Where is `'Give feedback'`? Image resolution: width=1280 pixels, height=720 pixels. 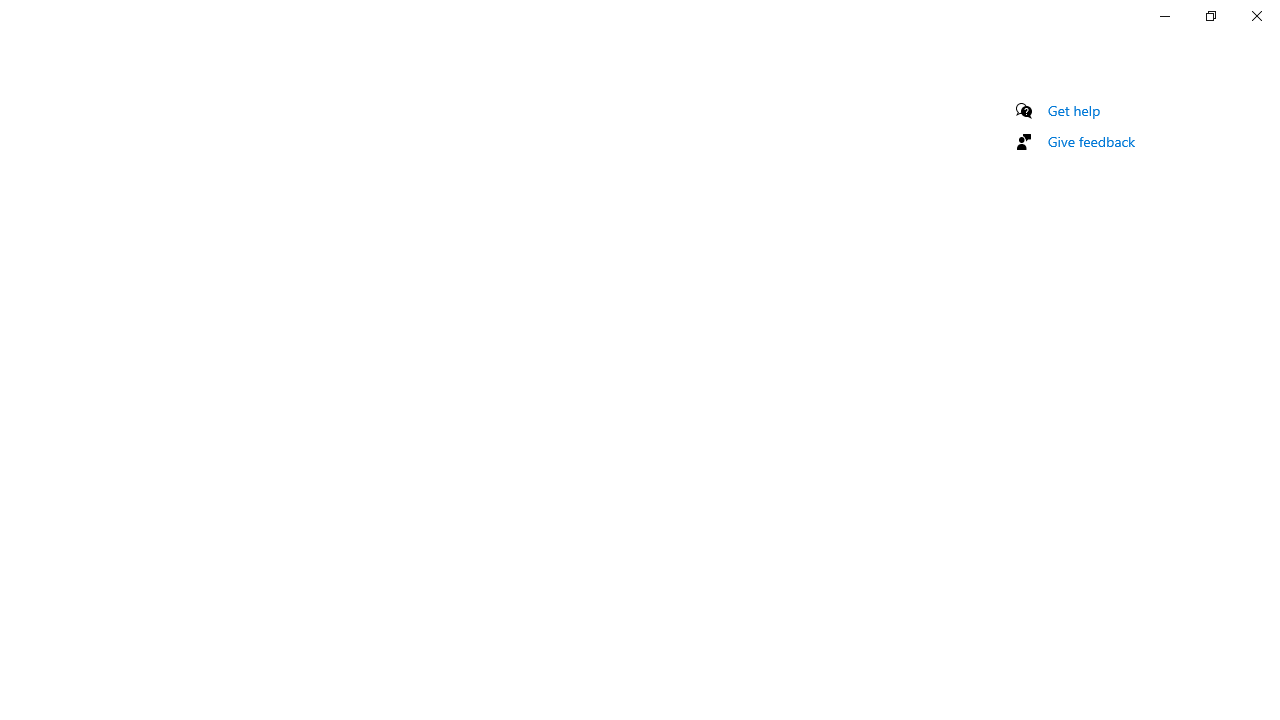 'Give feedback' is located at coordinates (1090, 140).